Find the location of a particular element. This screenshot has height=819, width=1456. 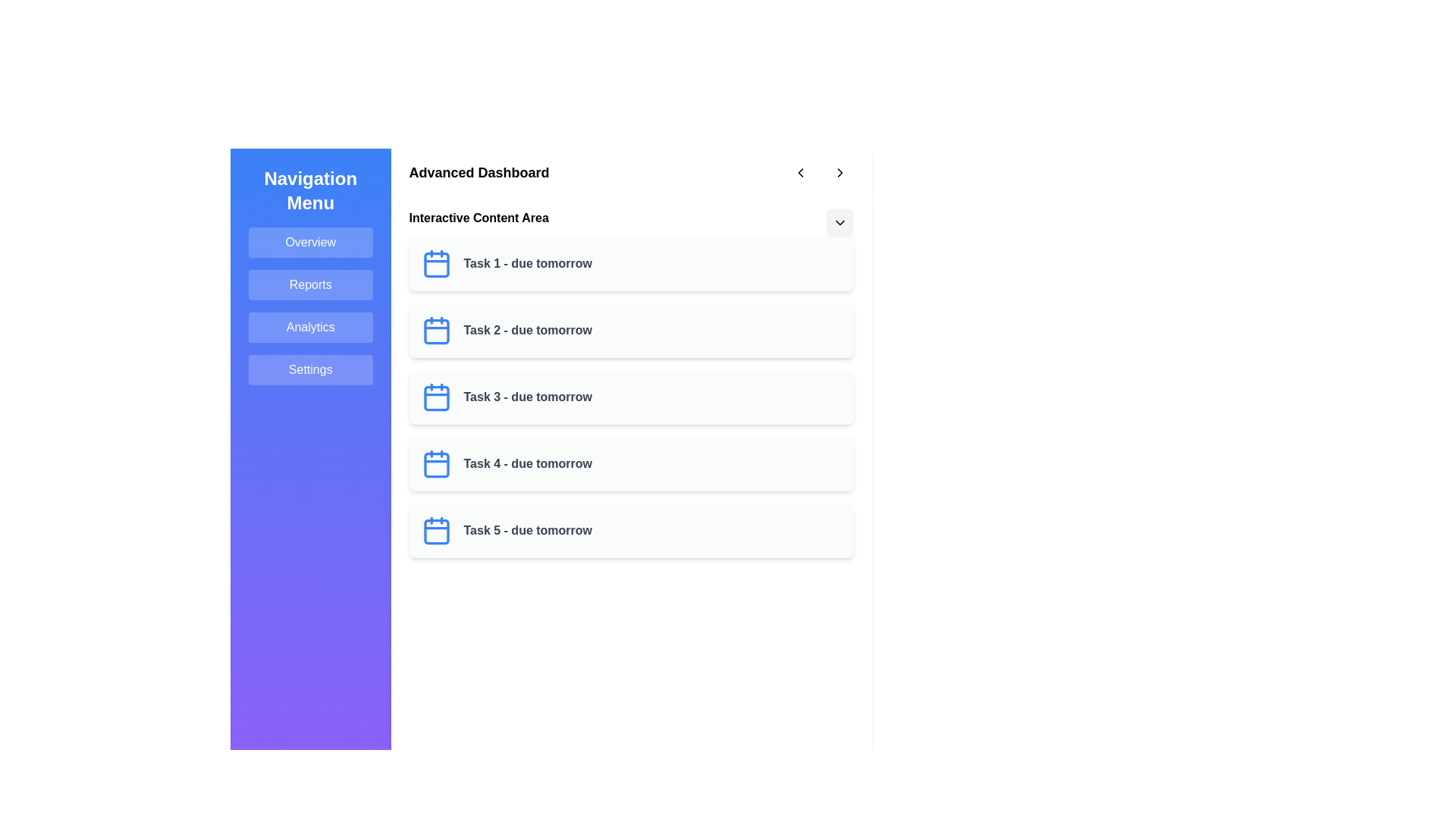

the second button on the right side of the header, which is used for navigating forward to the next section is located at coordinates (839, 171).